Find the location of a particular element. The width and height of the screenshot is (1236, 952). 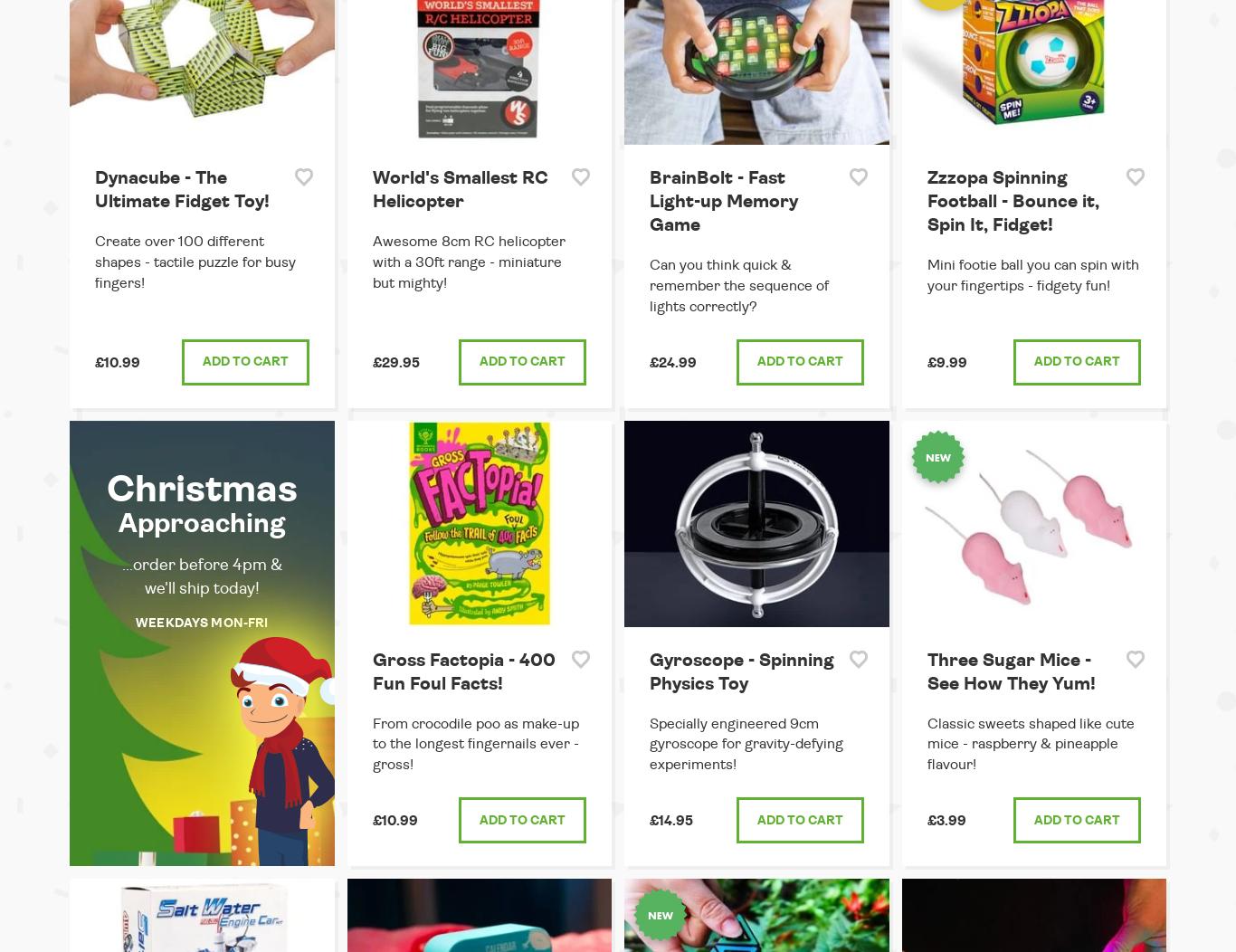

'£14.95' is located at coordinates (671, 821).